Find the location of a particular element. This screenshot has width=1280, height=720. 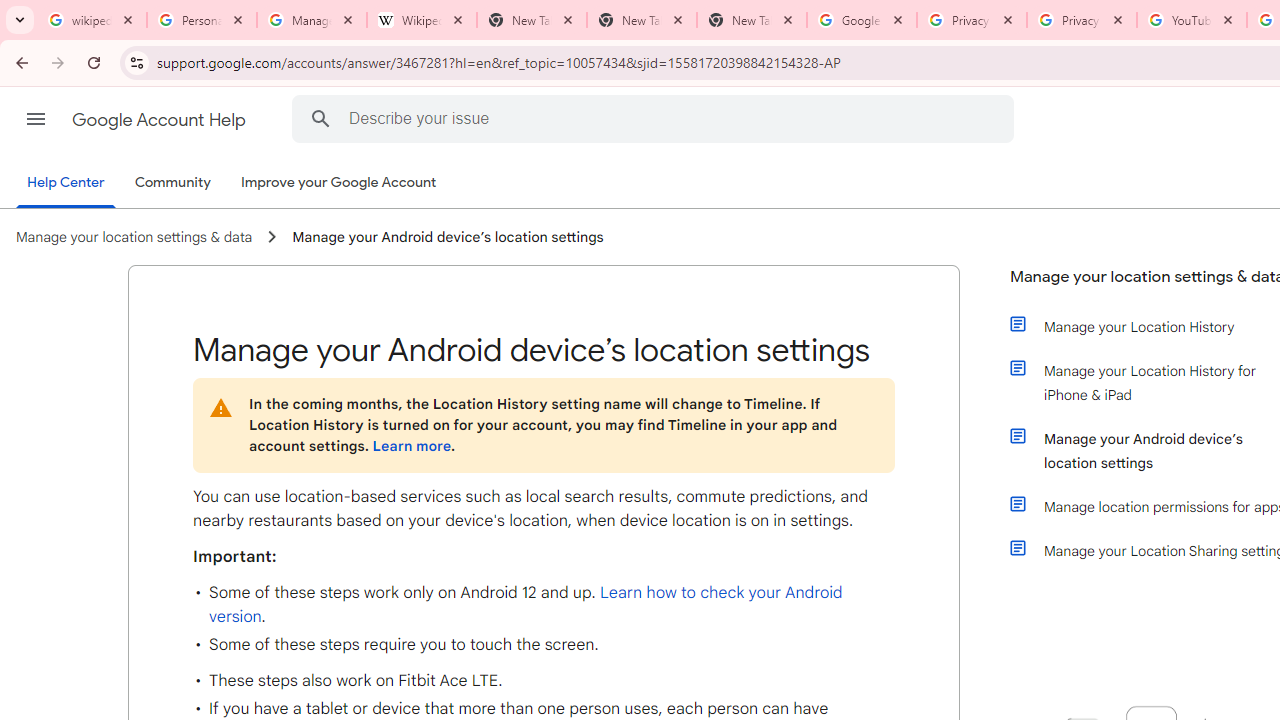

'Manage your location settings & data' is located at coordinates (133, 236).